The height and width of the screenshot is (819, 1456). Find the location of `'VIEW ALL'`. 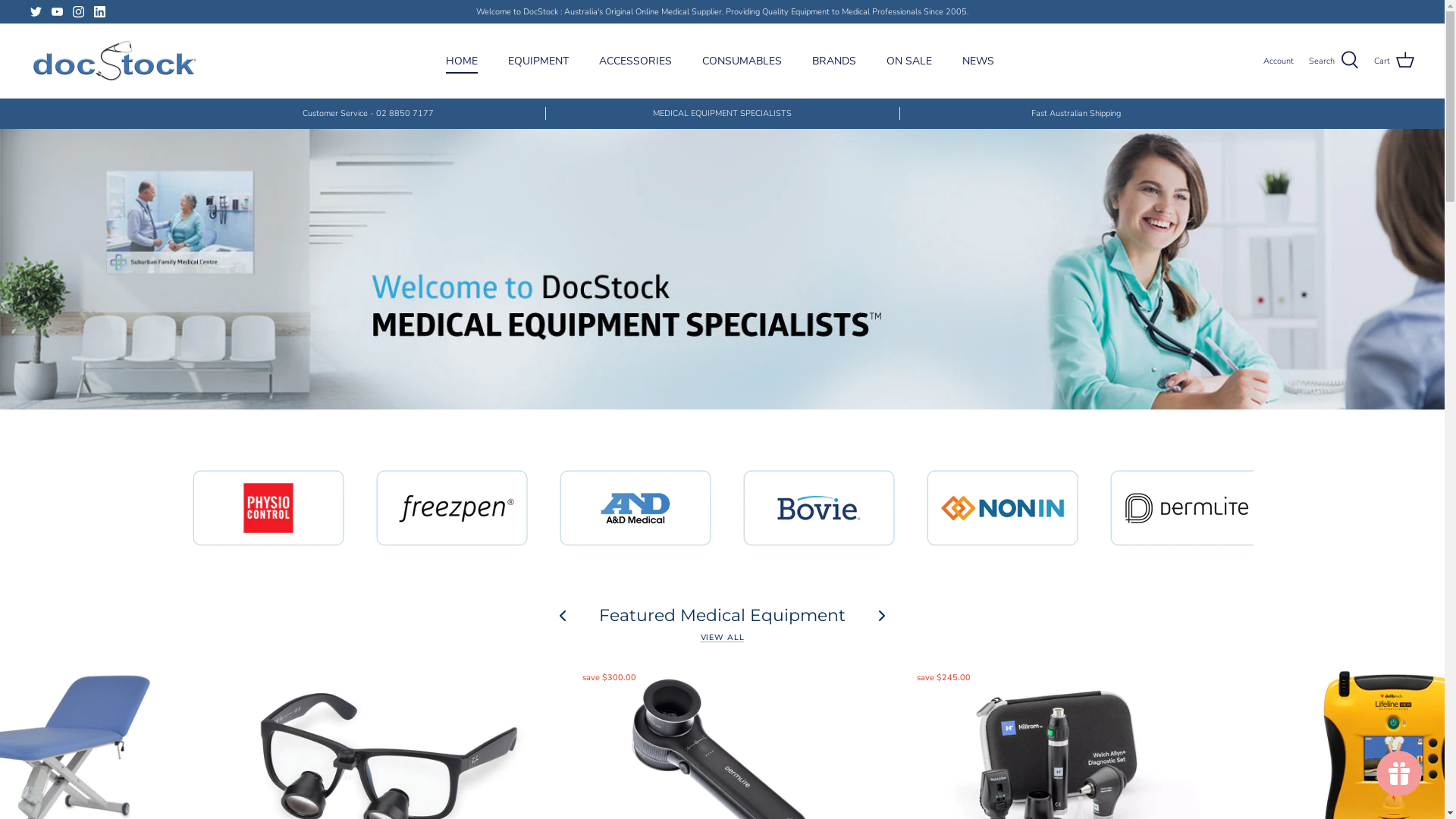

'VIEW ALL' is located at coordinates (722, 637).